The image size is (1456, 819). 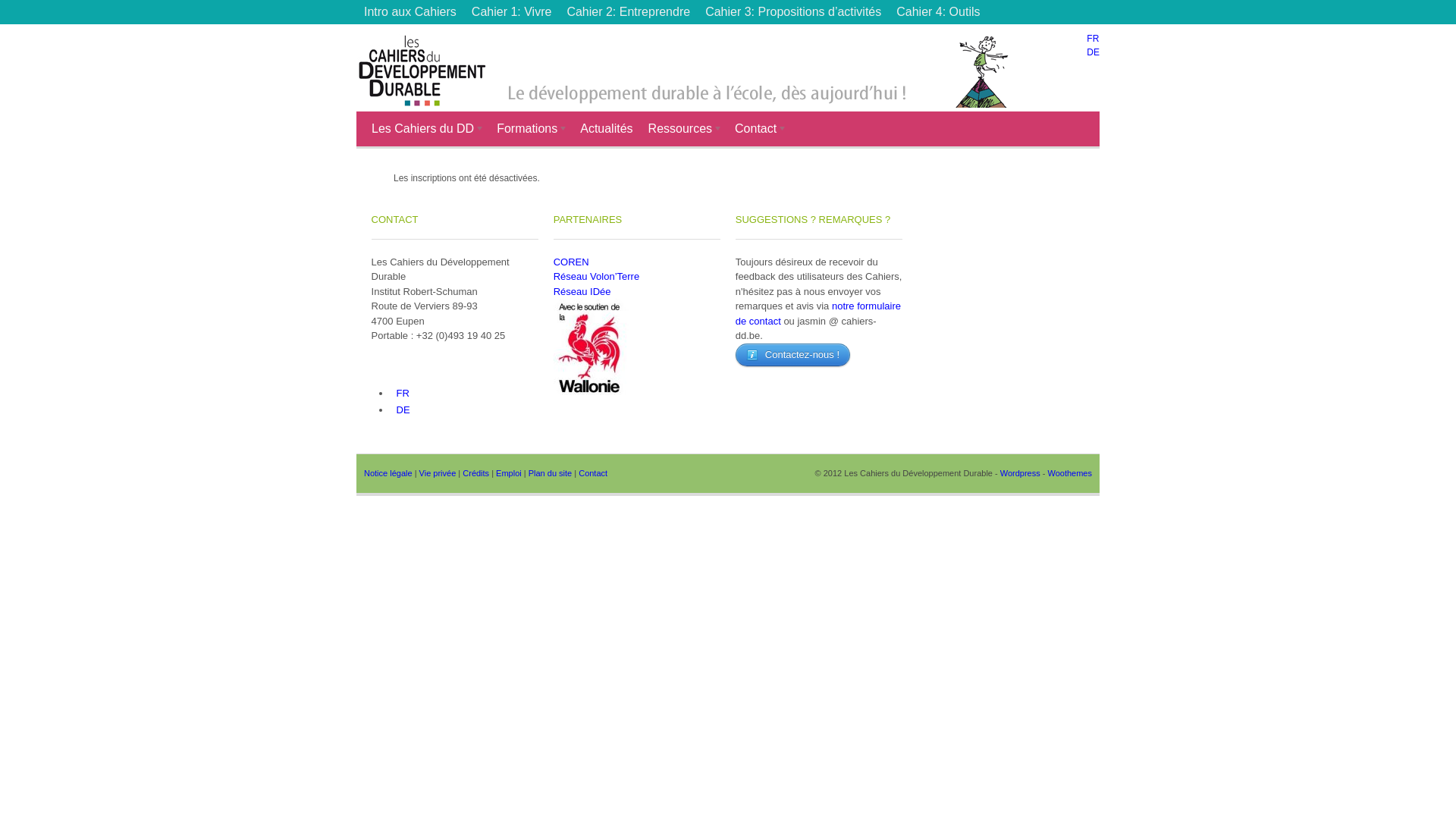 What do you see at coordinates (570, 261) in the screenshot?
I see `'COREN'` at bounding box center [570, 261].